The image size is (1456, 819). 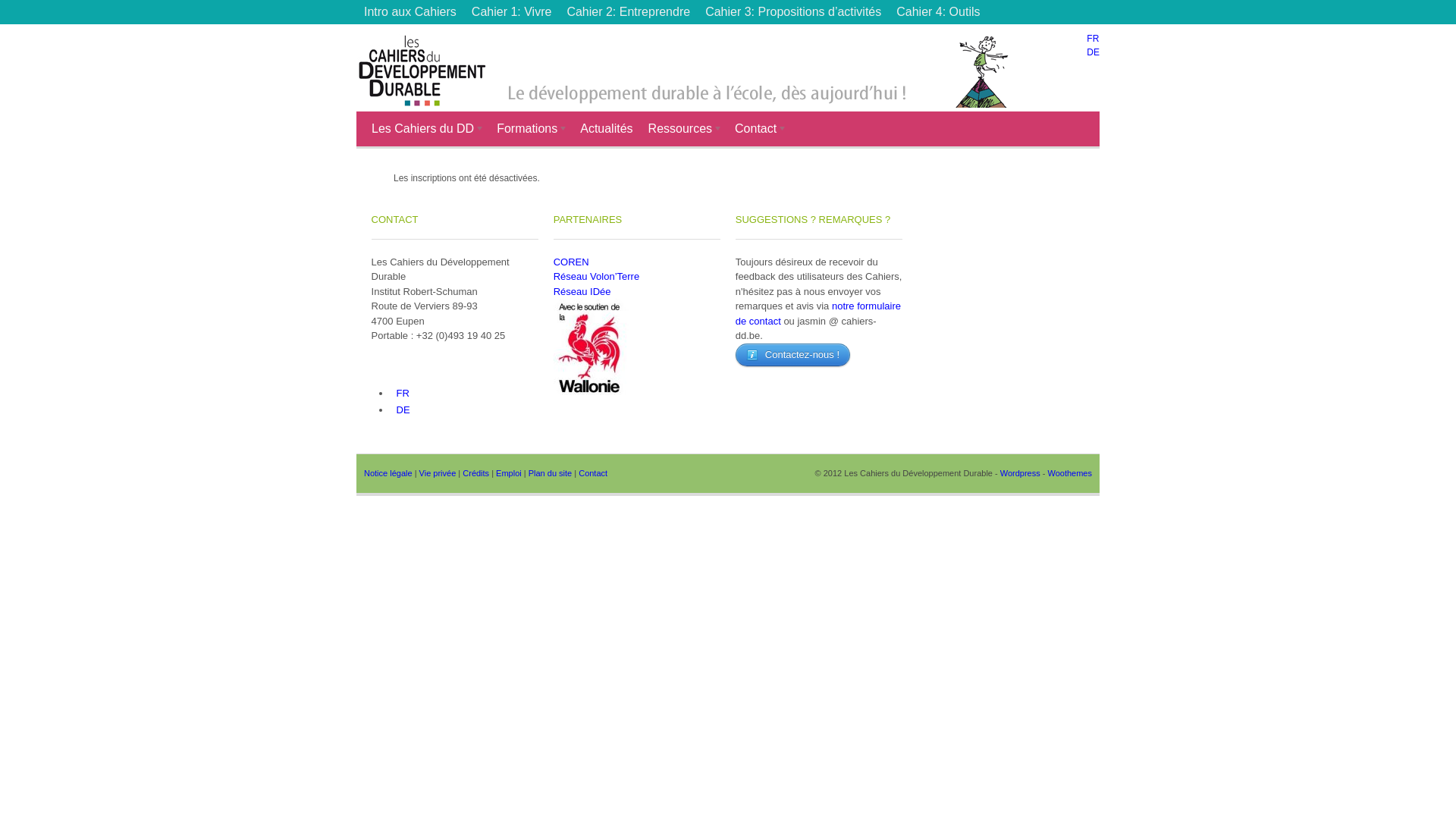 What do you see at coordinates (570, 261) in the screenshot?
I see `'COREN'` at bounding box center [570, 261].